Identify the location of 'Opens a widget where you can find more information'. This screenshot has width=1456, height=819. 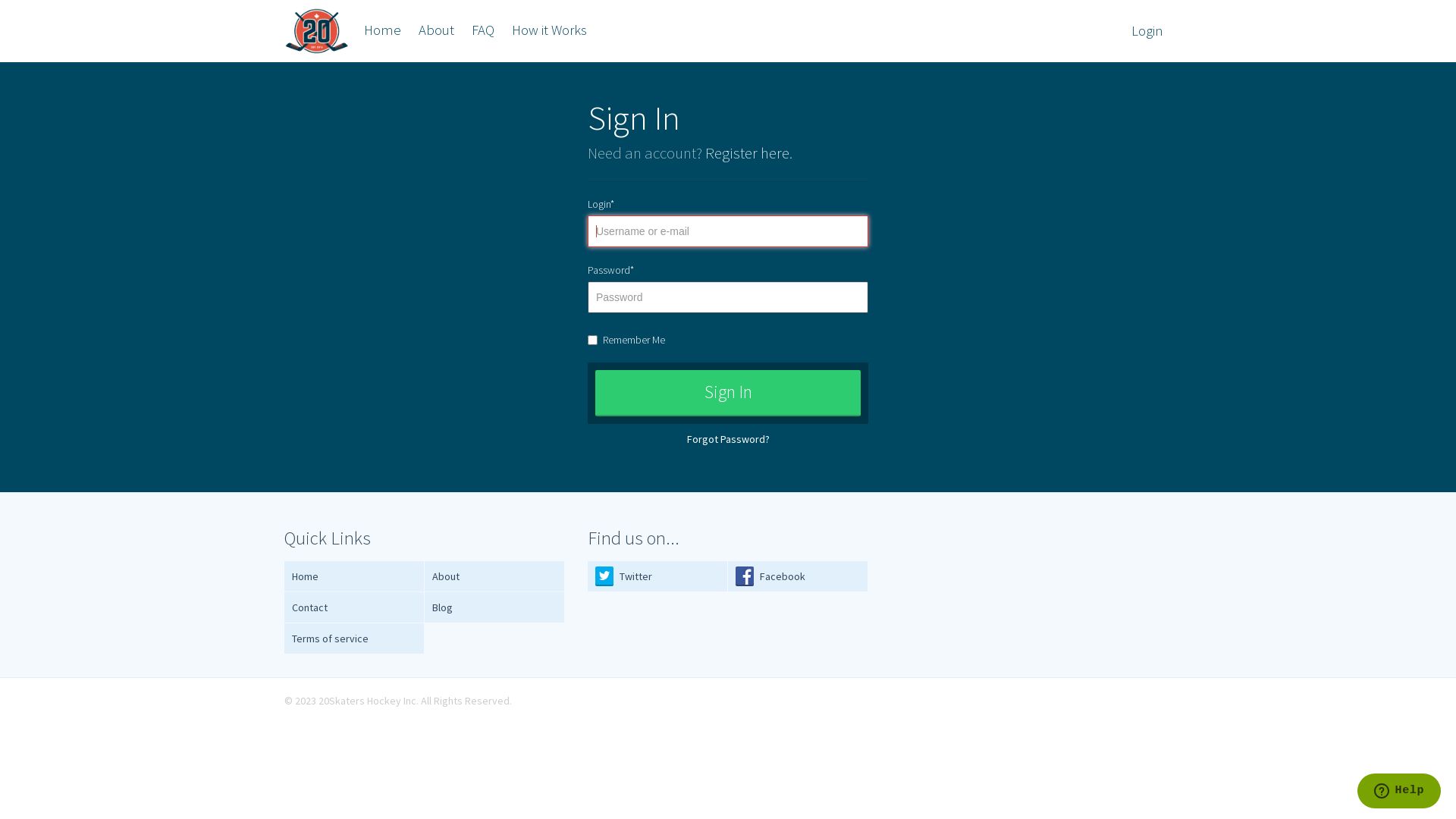
(1398, 792).